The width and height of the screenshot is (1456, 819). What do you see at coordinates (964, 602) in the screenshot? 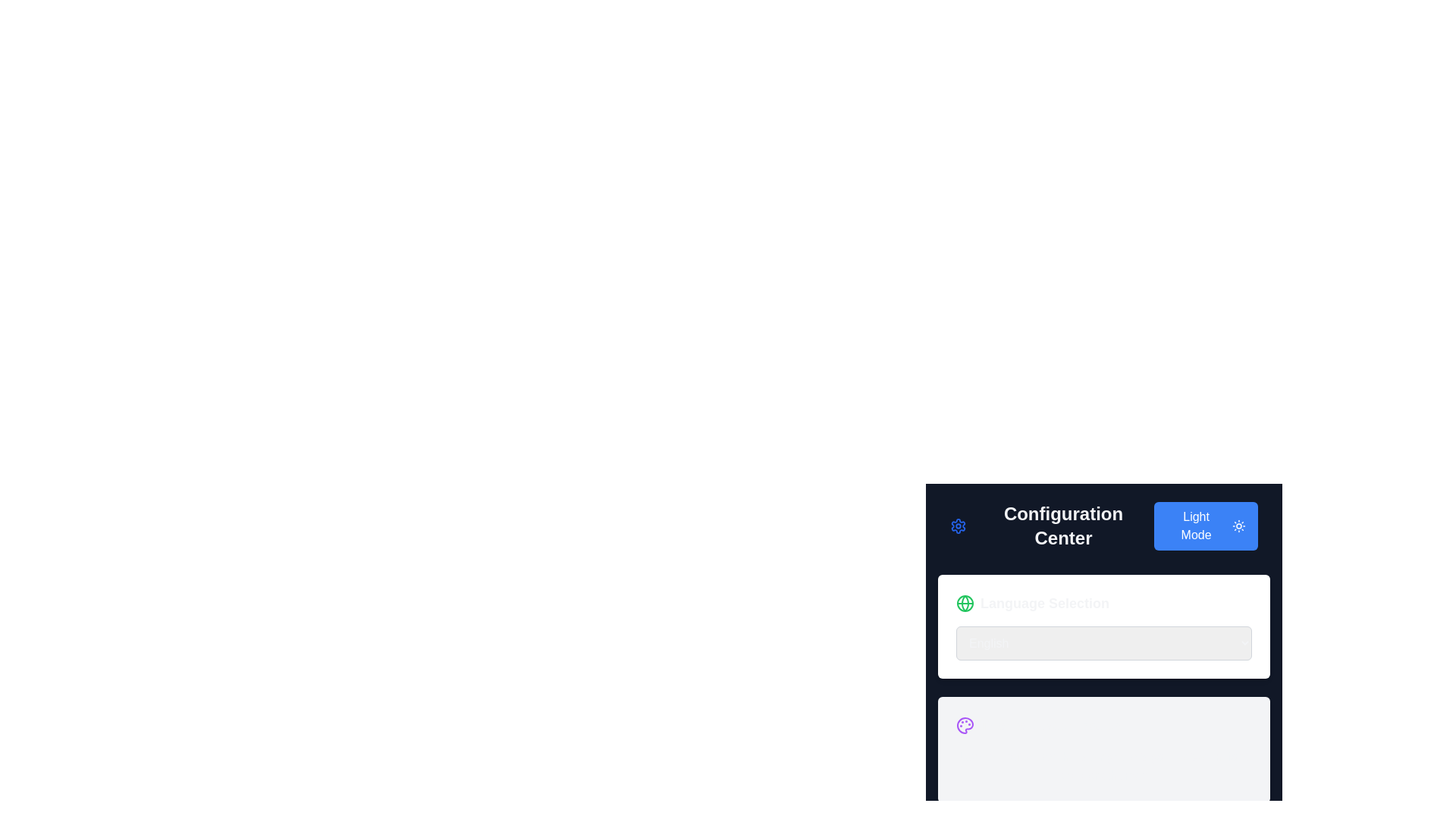
I see `the visual style of the small green globe icon with a circular outline and intersecting lines, located to the left of the 'Language Selection' text` at bounding box center [964, 602].